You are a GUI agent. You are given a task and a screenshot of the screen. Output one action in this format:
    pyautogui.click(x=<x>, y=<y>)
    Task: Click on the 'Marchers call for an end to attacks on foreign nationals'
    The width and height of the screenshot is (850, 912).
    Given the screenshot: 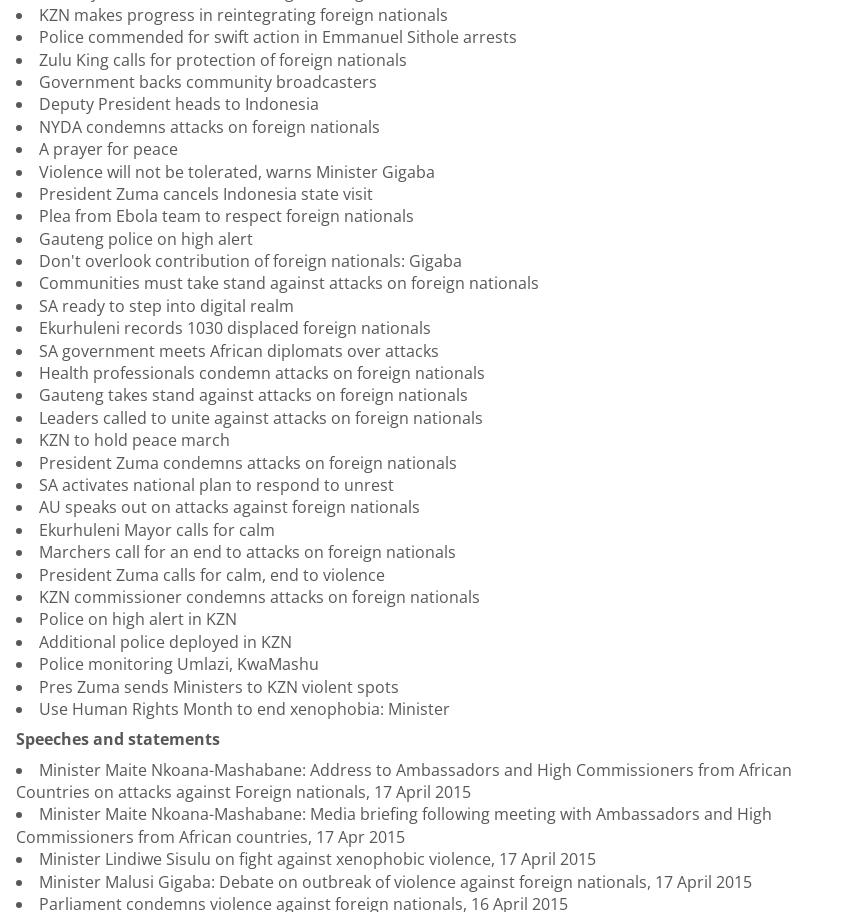 What is the action you would take?
    pyautogui.click(x=247, y=552)
    